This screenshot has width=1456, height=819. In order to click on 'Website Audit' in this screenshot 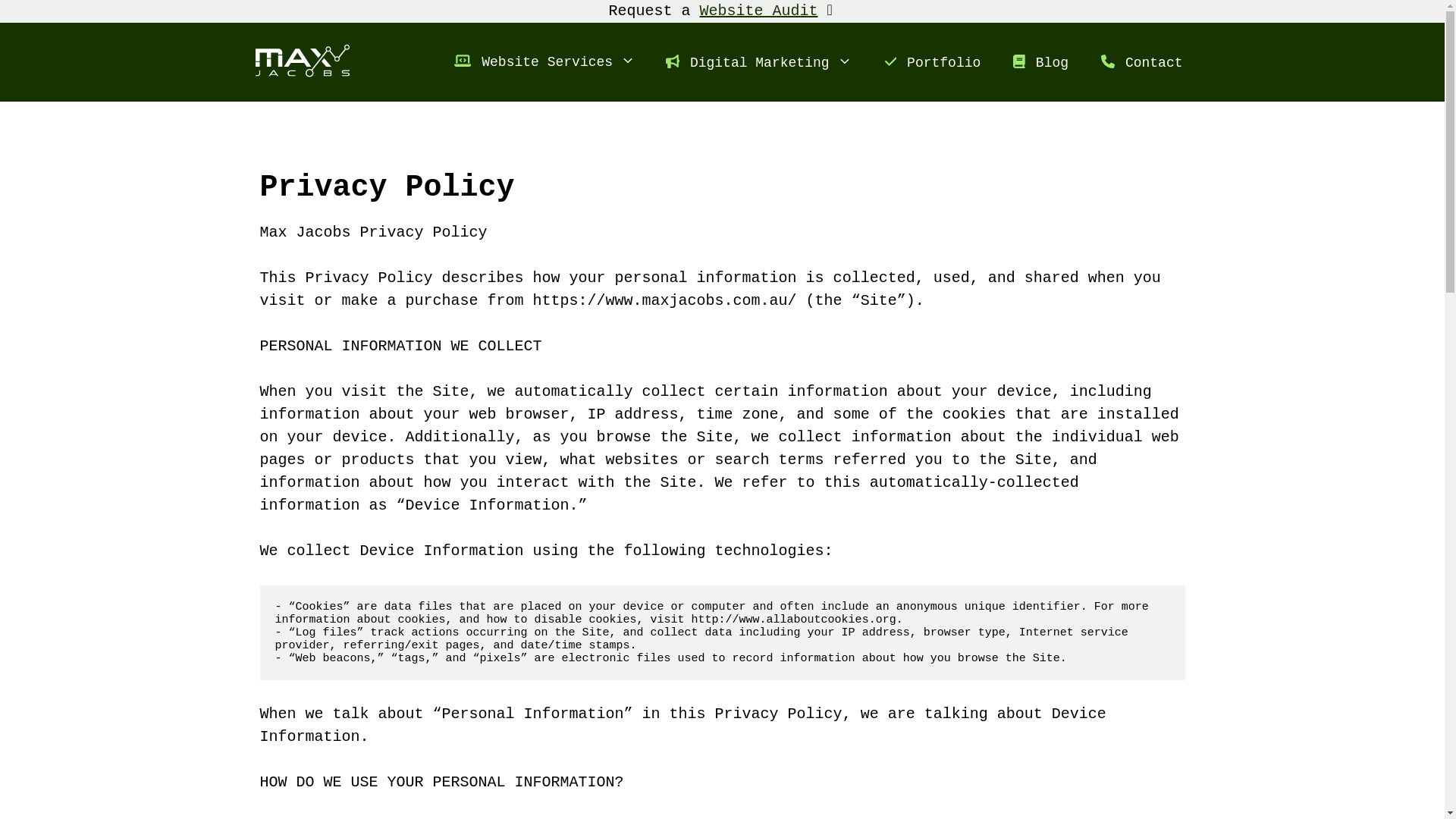, I will do `click(758, 11)`.